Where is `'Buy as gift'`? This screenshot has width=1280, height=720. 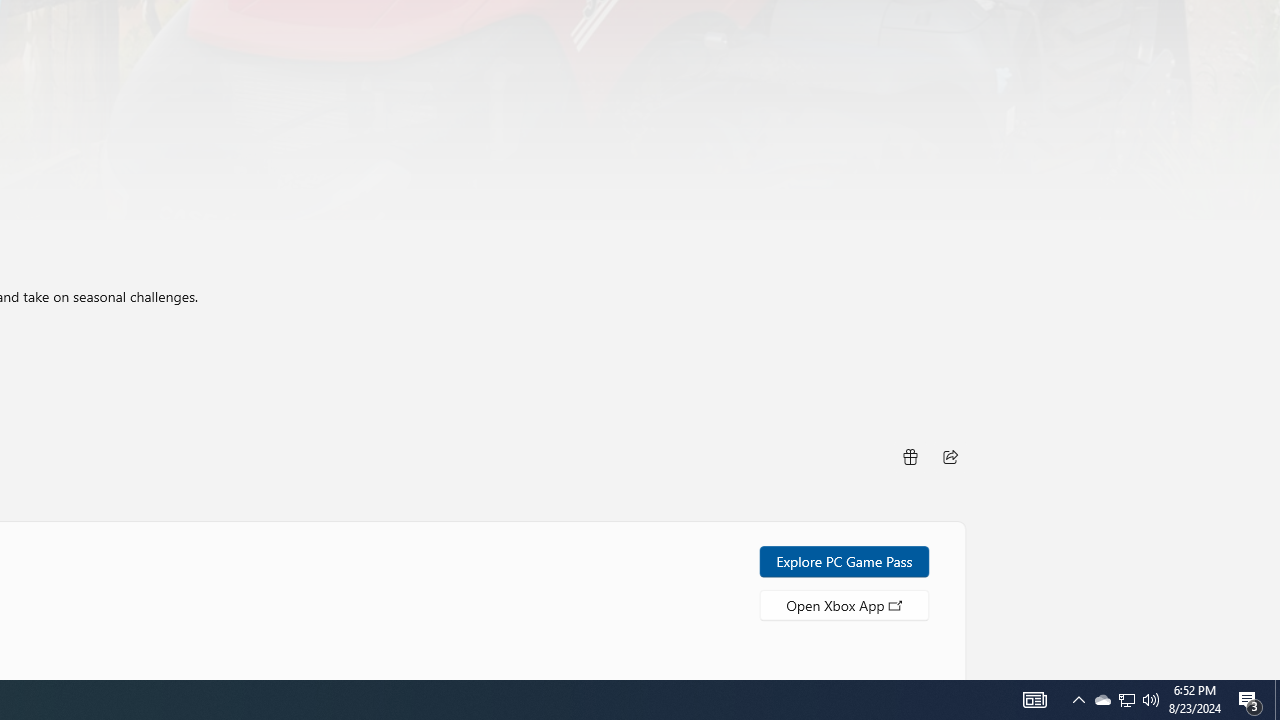 'Buy as gift' is located at coordinates (908, 456).